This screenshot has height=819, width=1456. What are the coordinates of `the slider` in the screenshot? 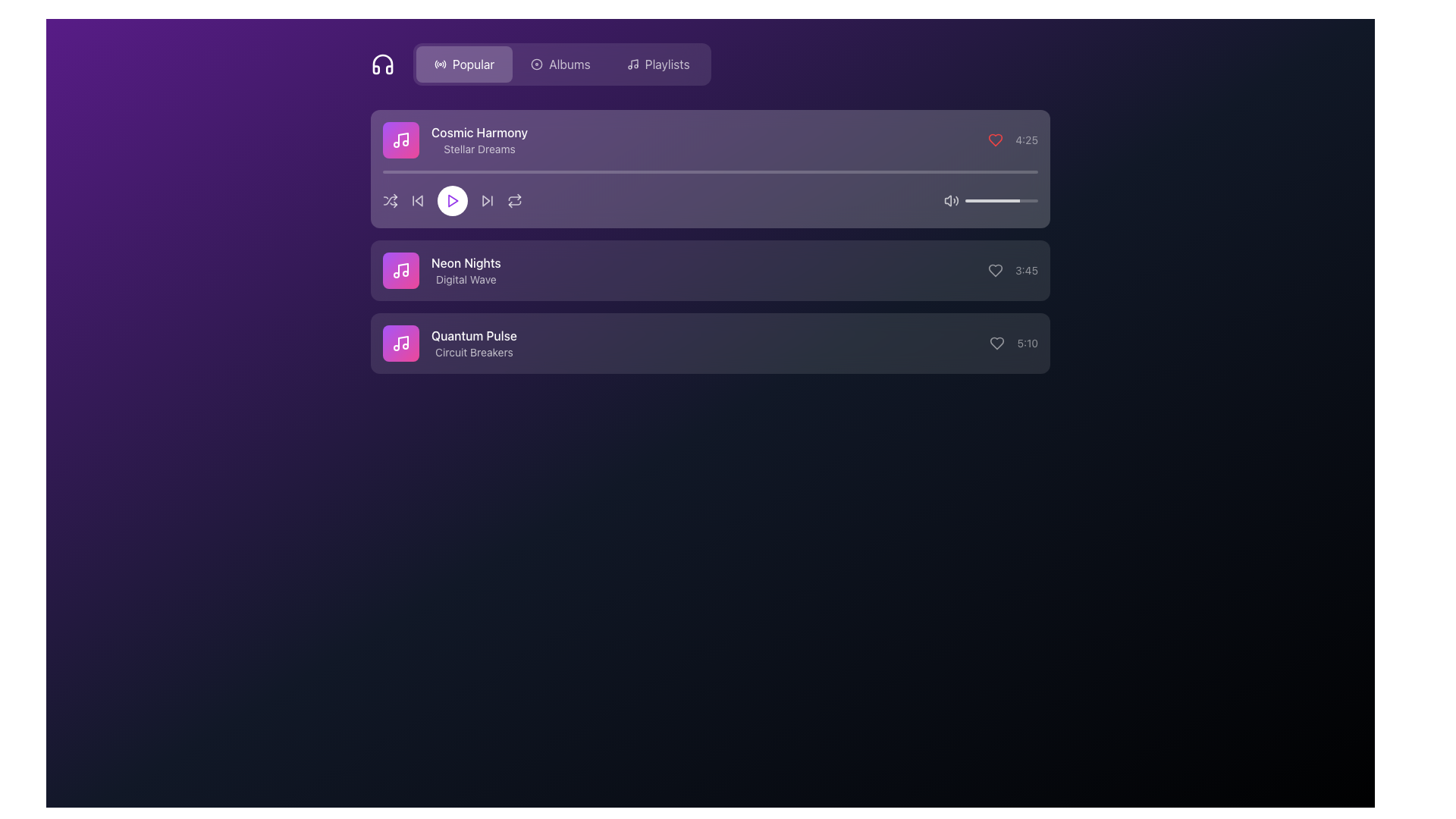 It's located at (983, 200).